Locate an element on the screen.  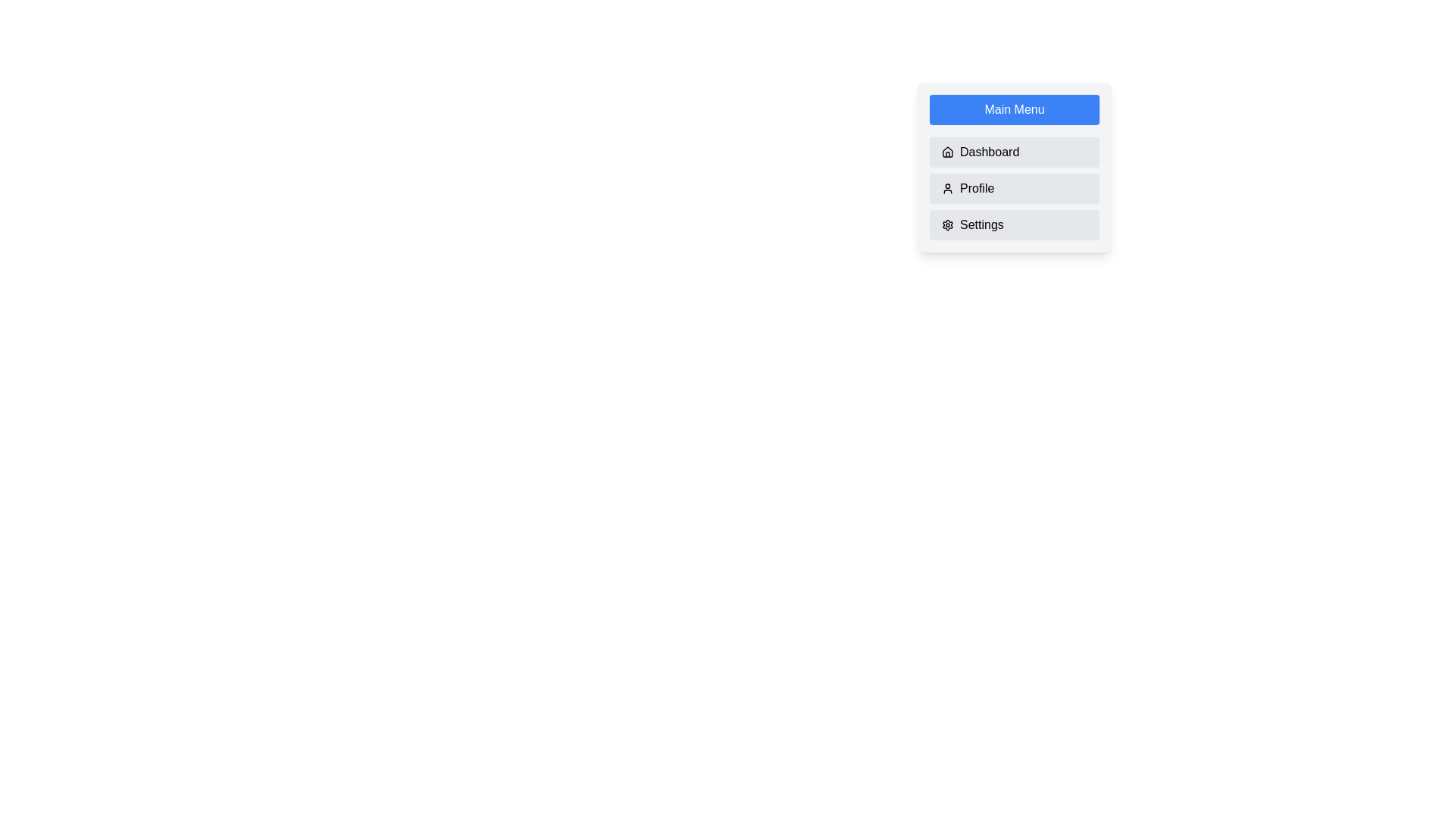
the menu item Dashboard to observe its hover effect is located at coordinates (1015, 152).